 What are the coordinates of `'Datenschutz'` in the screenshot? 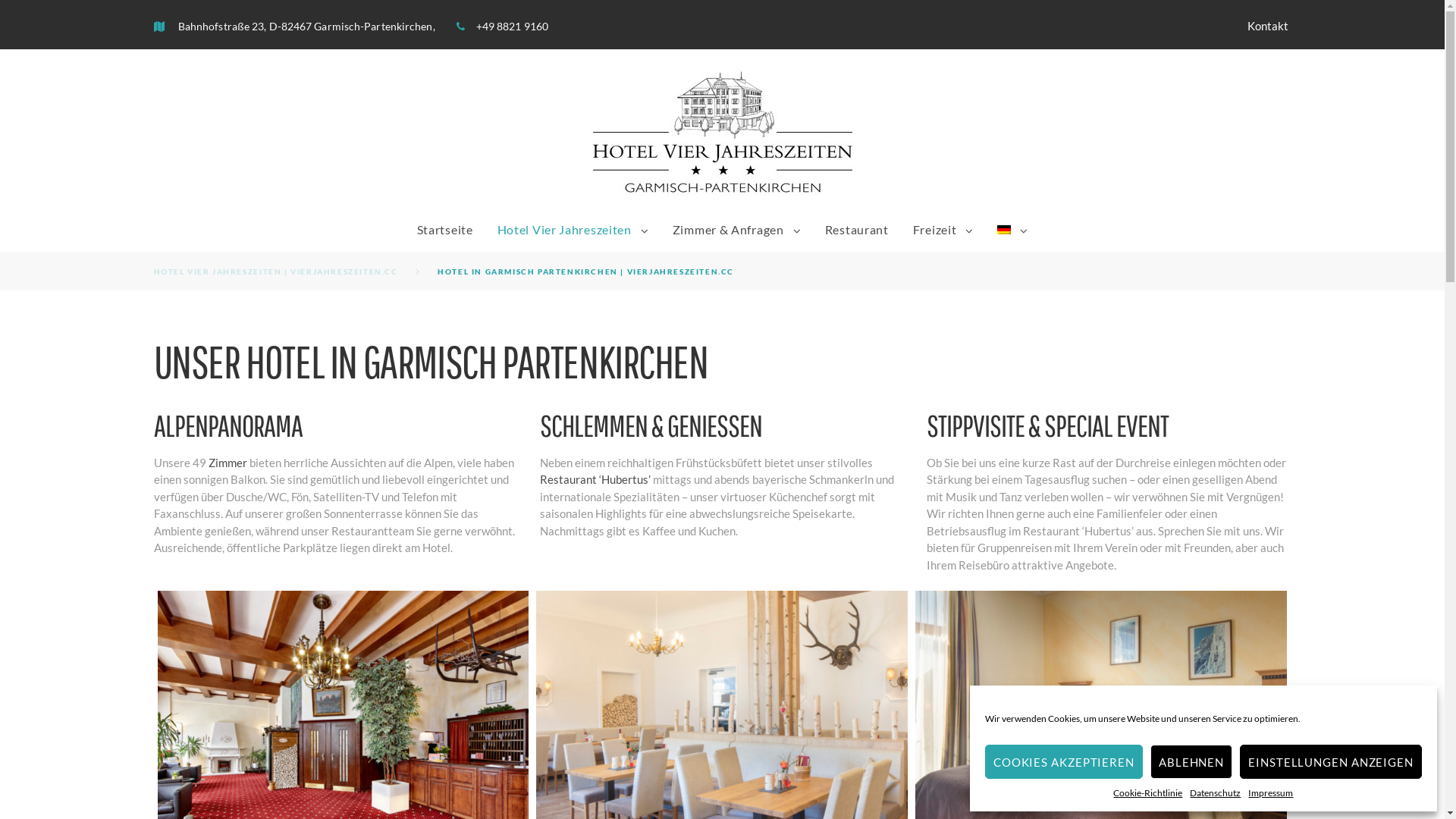 It's located at (1215, 792).